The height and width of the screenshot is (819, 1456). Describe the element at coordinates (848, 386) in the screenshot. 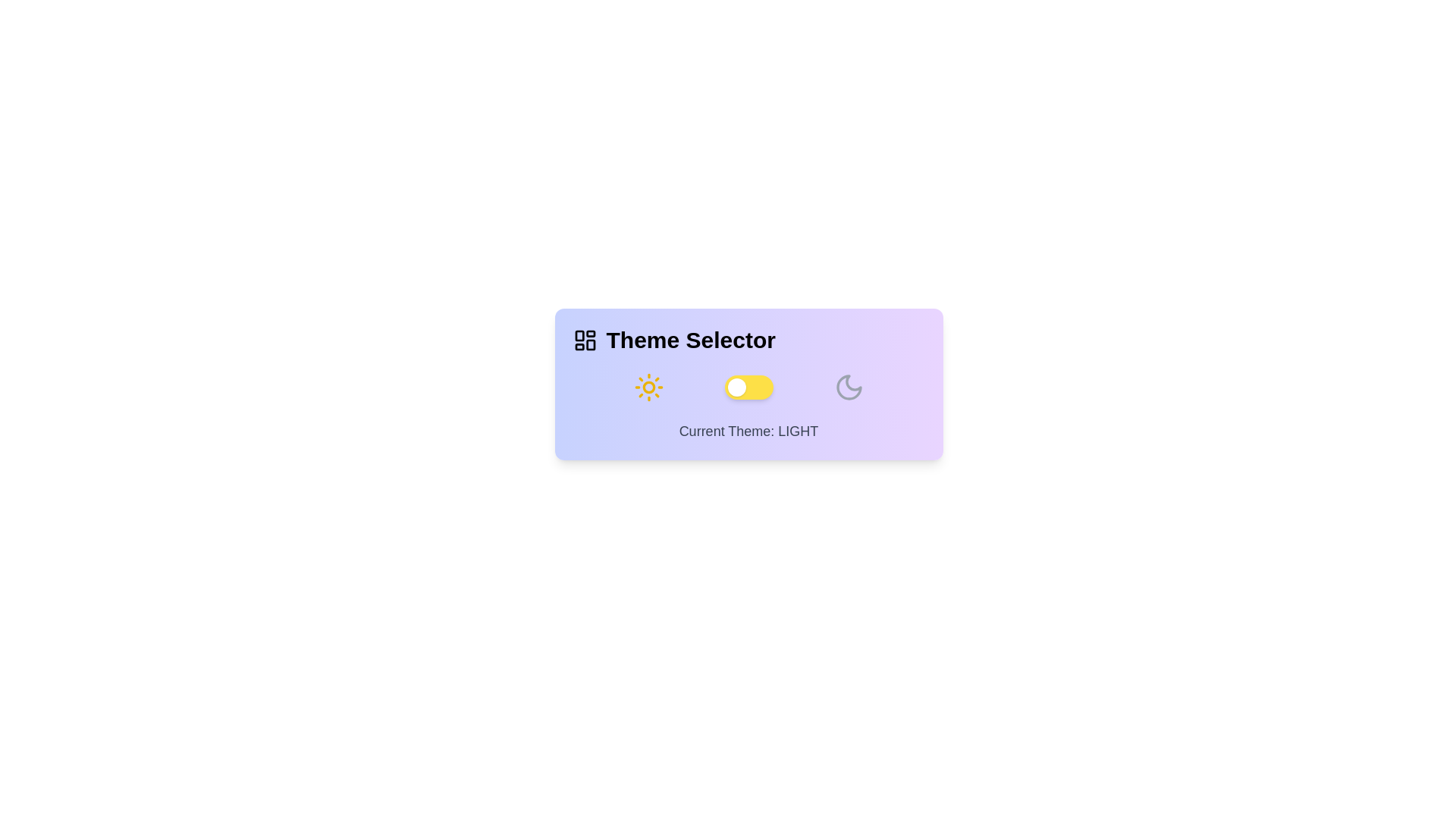

I see `the Moon icon to toggle the theme to dark mode` at that location.